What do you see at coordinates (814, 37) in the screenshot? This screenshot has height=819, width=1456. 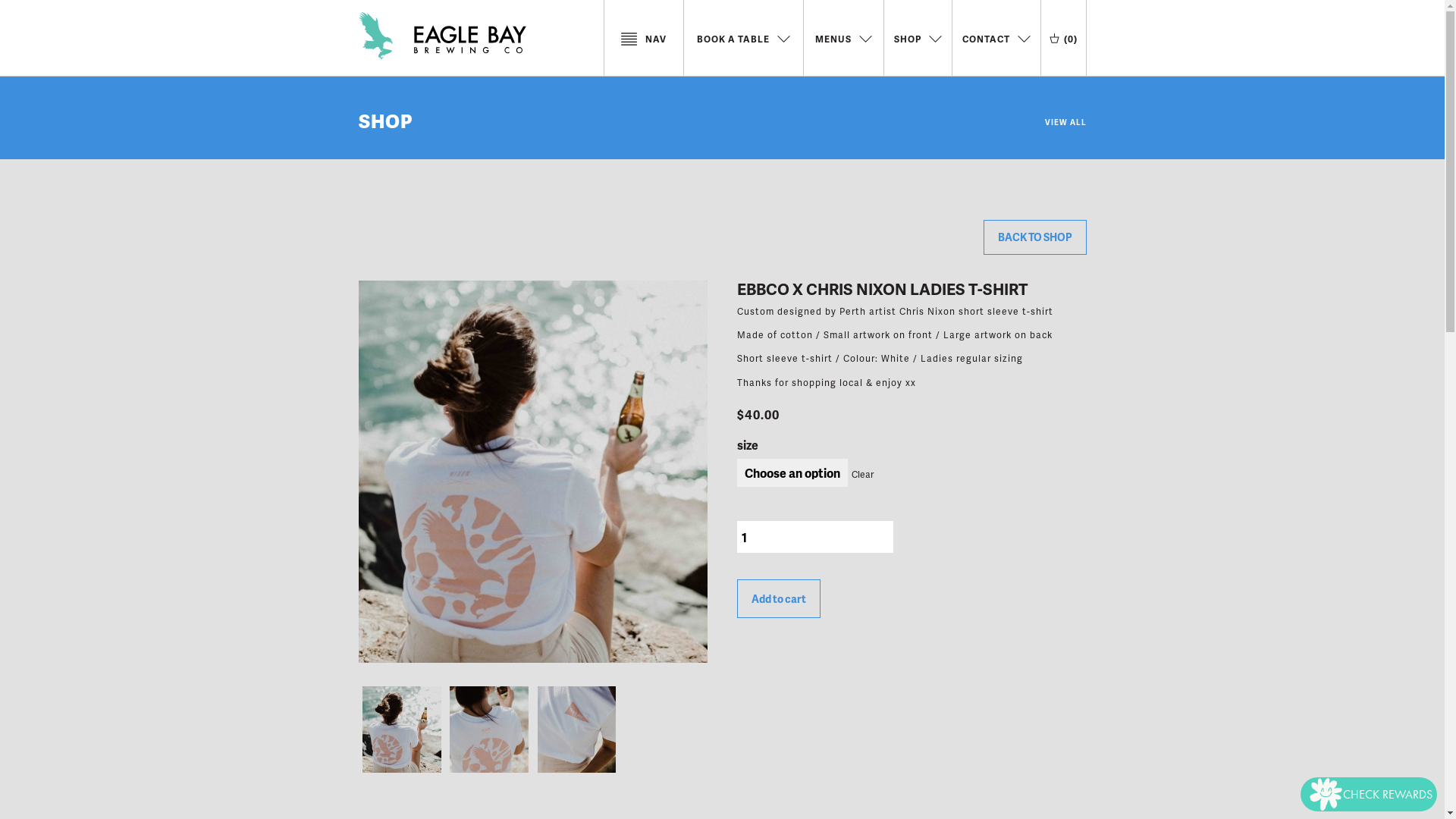 I see `'MENUS'` at bounding box center [814, 37].